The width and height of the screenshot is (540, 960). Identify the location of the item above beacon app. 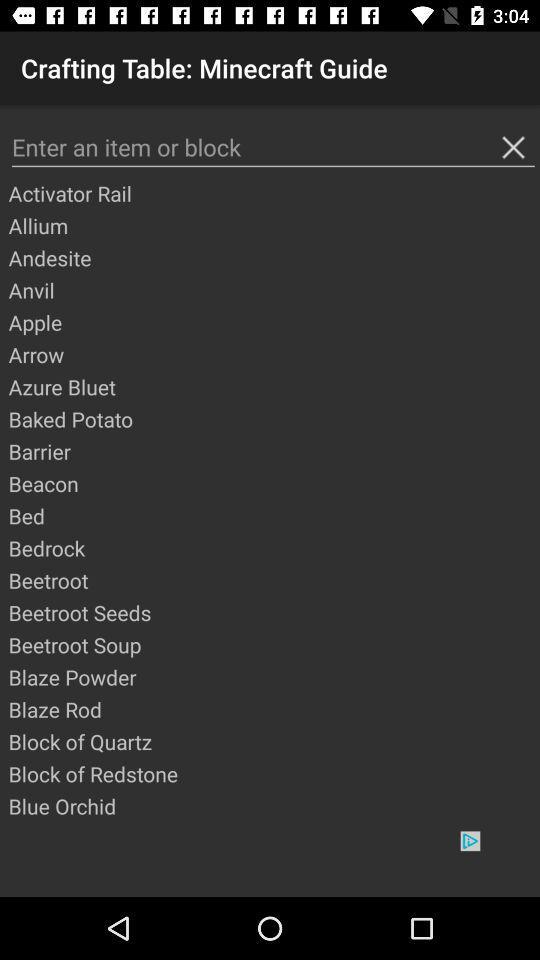
(272, 451).